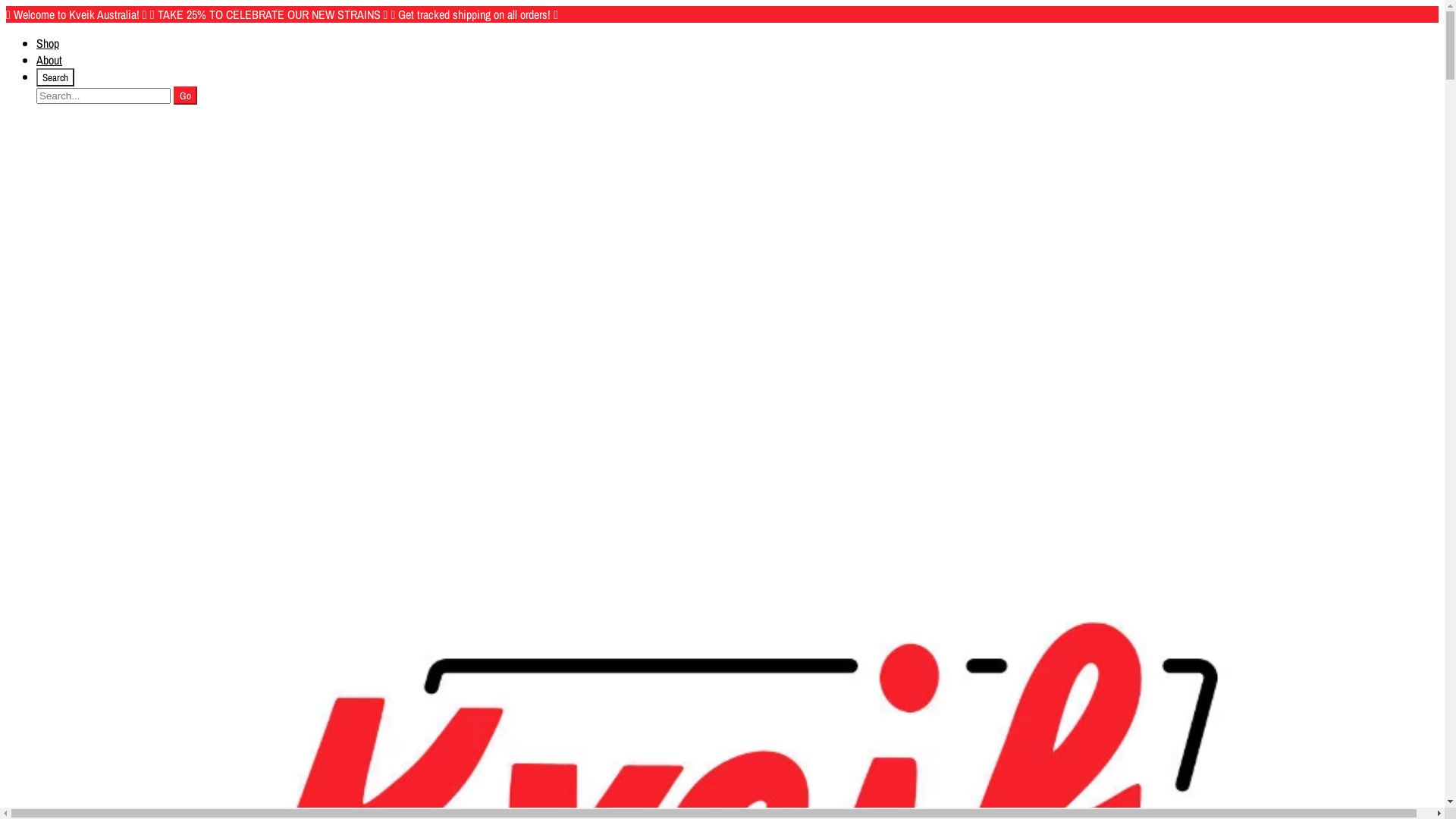  I want to click on 'Go', so click(174, 96).